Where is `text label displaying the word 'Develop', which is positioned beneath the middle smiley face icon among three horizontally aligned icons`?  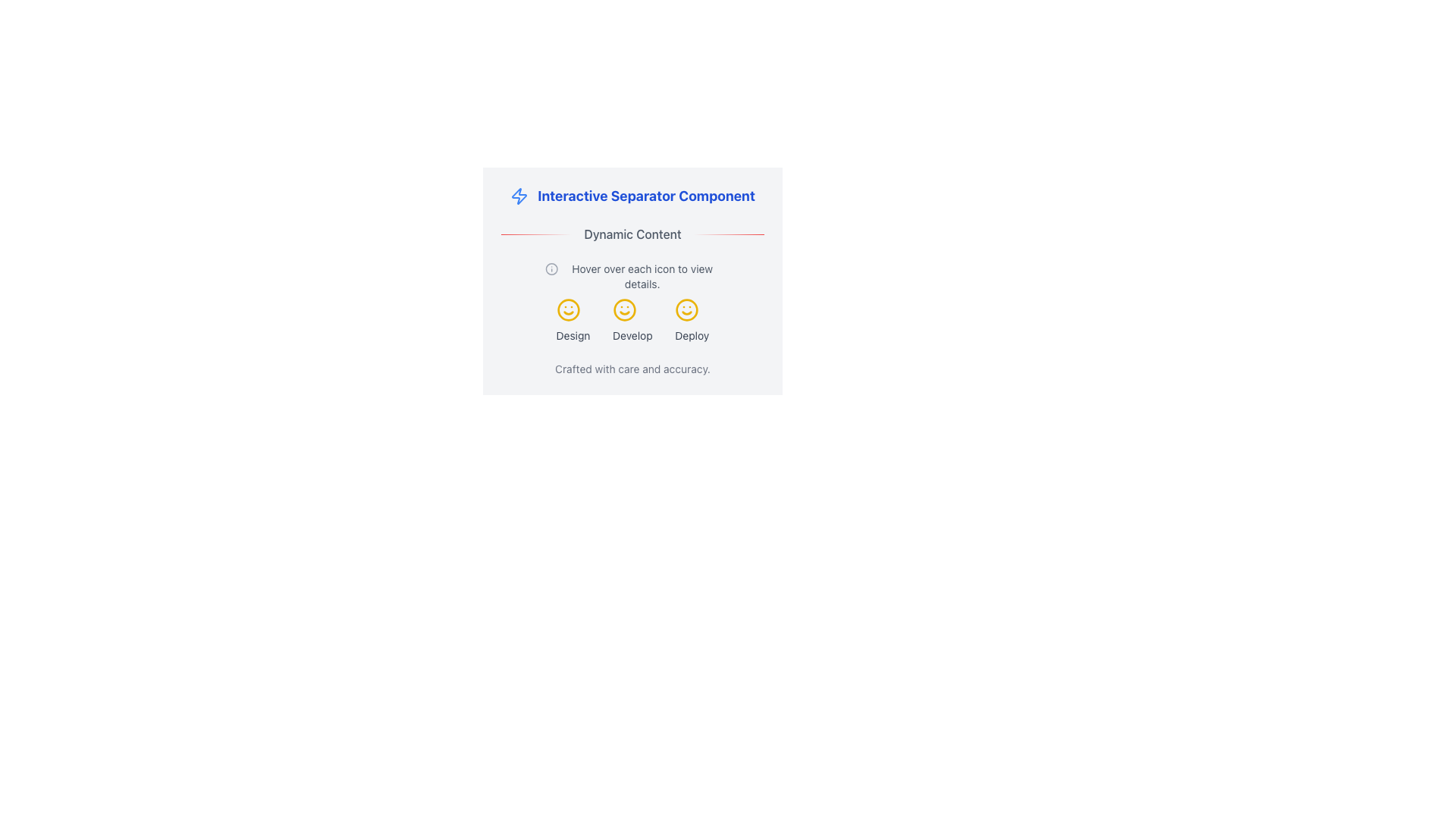
text label displaying the word 'Develop', which is positioned beneath the middle smiley face icon among three horizontally aligned icons is located at coordinates (632, 335).